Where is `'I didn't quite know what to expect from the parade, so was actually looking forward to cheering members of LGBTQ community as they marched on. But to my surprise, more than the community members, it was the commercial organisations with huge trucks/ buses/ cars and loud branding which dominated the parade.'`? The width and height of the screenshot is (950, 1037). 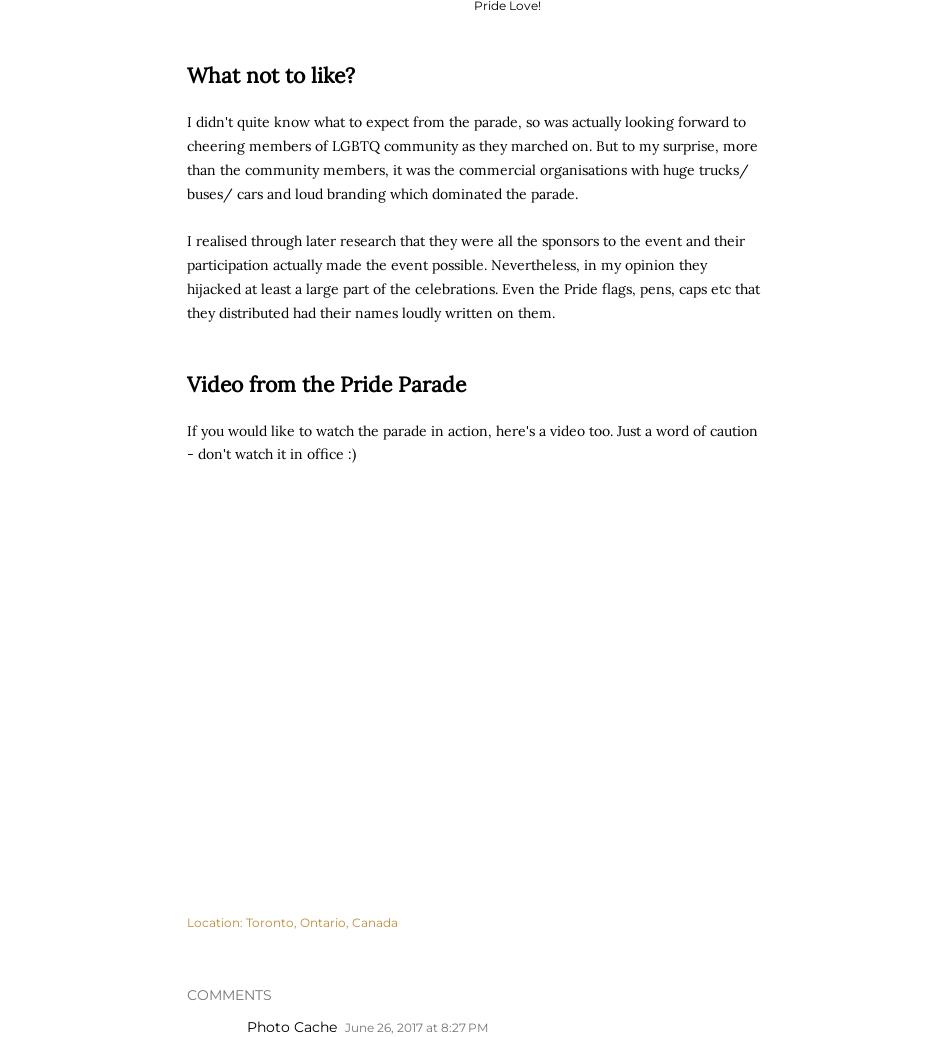 'I didn't quite know what to expect from the parade, so was actually looking forward to cheering members of LGBTQ community as they marched on. But to my surprise, more than the community members, it was the commercial organisations with huge trucks/ buses/ cars and loud branding which dominated the parade.' is located at coordinates (471, 156).